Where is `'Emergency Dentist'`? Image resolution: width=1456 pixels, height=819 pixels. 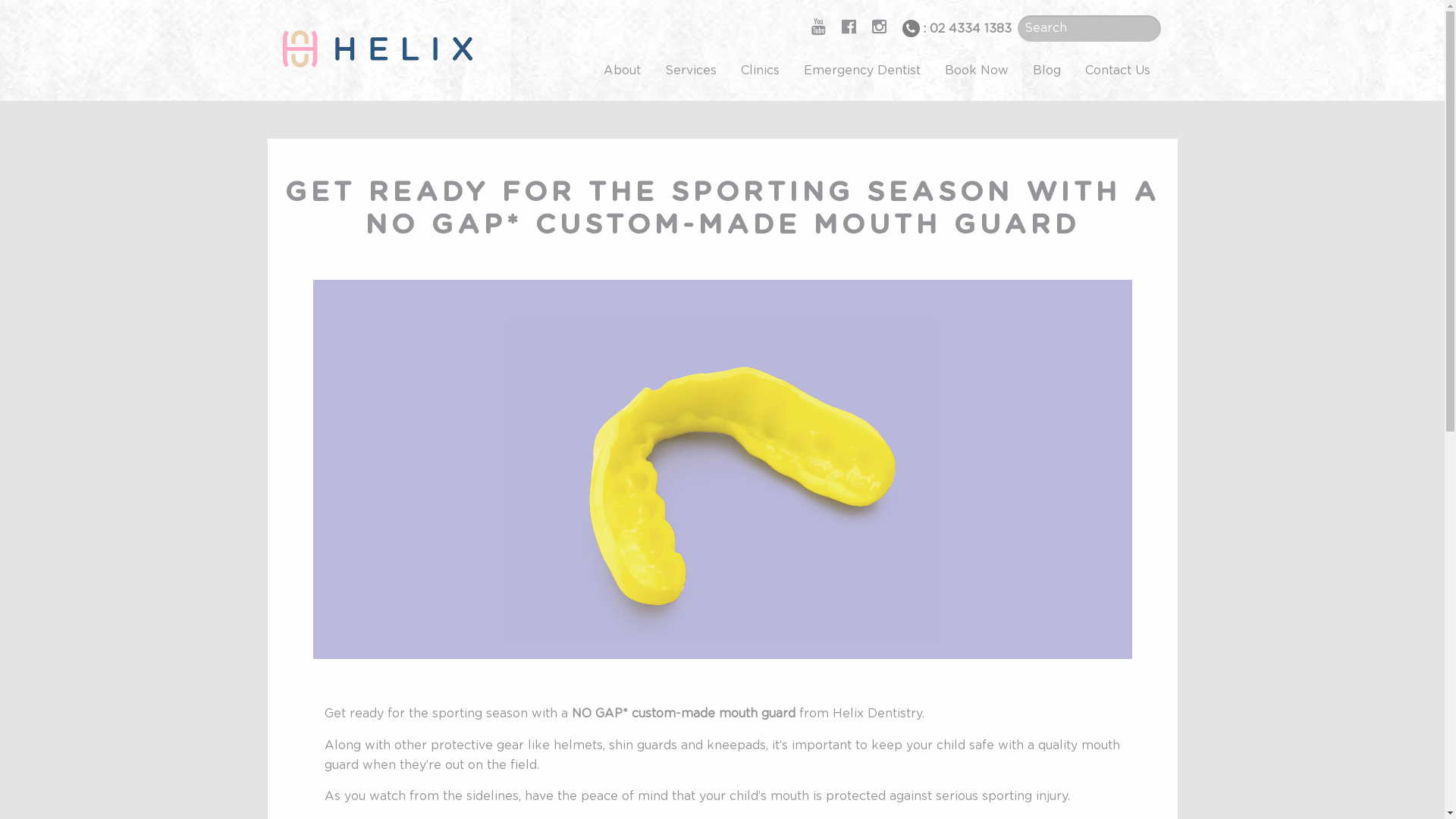
'Emergency Dentist' is located at coordinates (862, 70).